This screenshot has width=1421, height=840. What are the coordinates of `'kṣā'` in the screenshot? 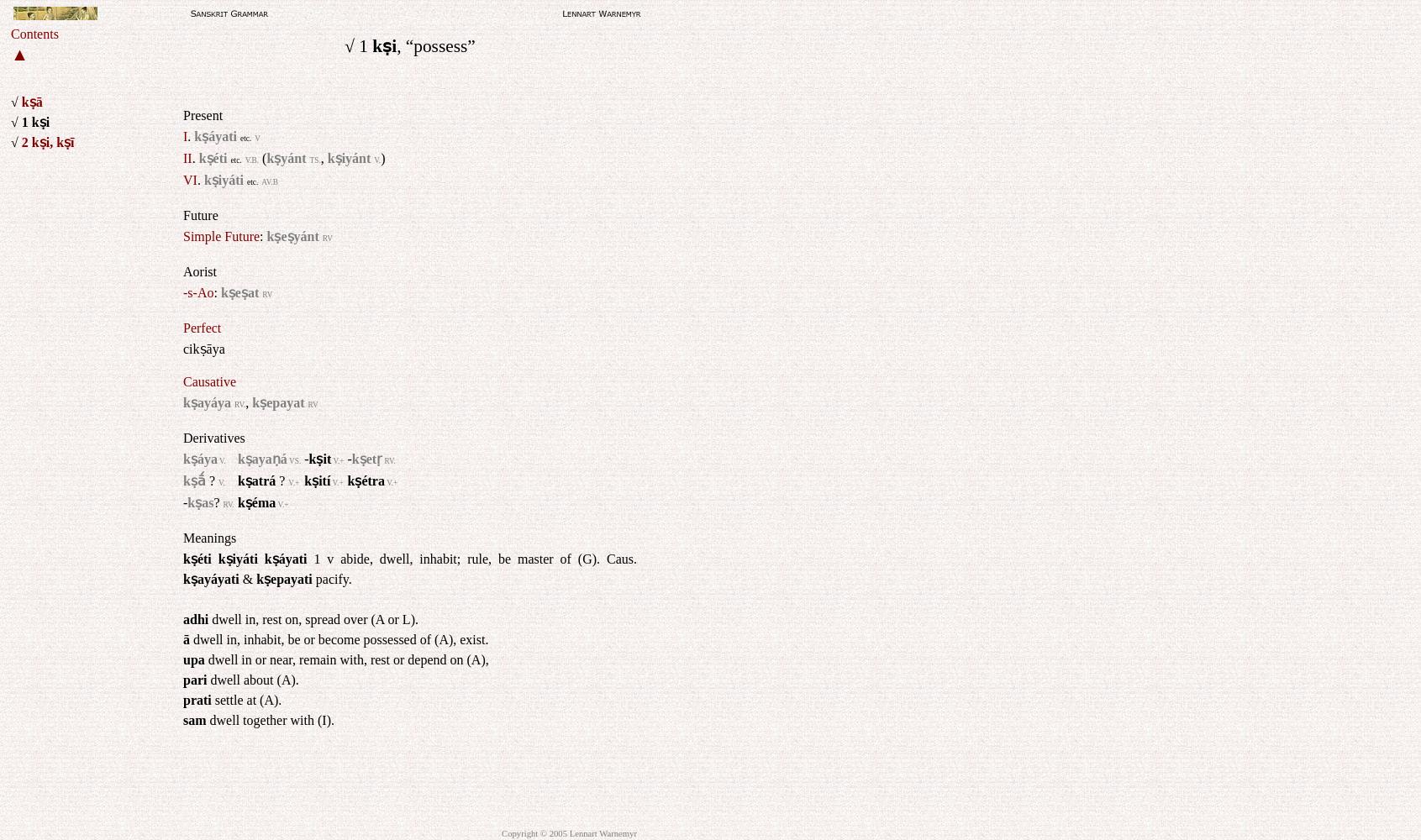 It's located at (20, 101).